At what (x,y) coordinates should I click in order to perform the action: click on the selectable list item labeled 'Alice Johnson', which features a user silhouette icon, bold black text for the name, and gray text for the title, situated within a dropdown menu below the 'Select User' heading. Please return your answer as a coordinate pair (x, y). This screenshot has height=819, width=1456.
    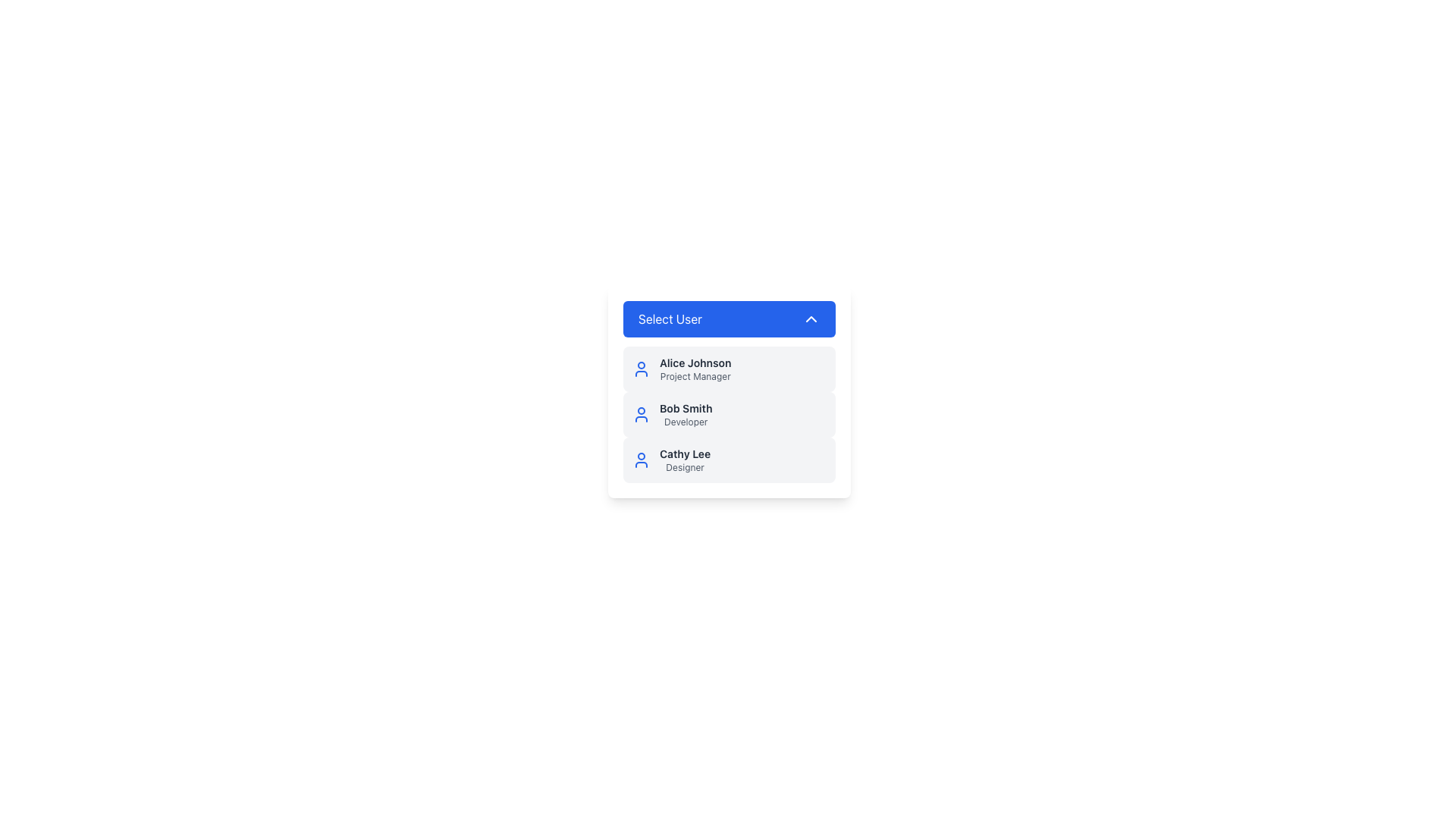
    Looking at the image, I should click on (729, 369).